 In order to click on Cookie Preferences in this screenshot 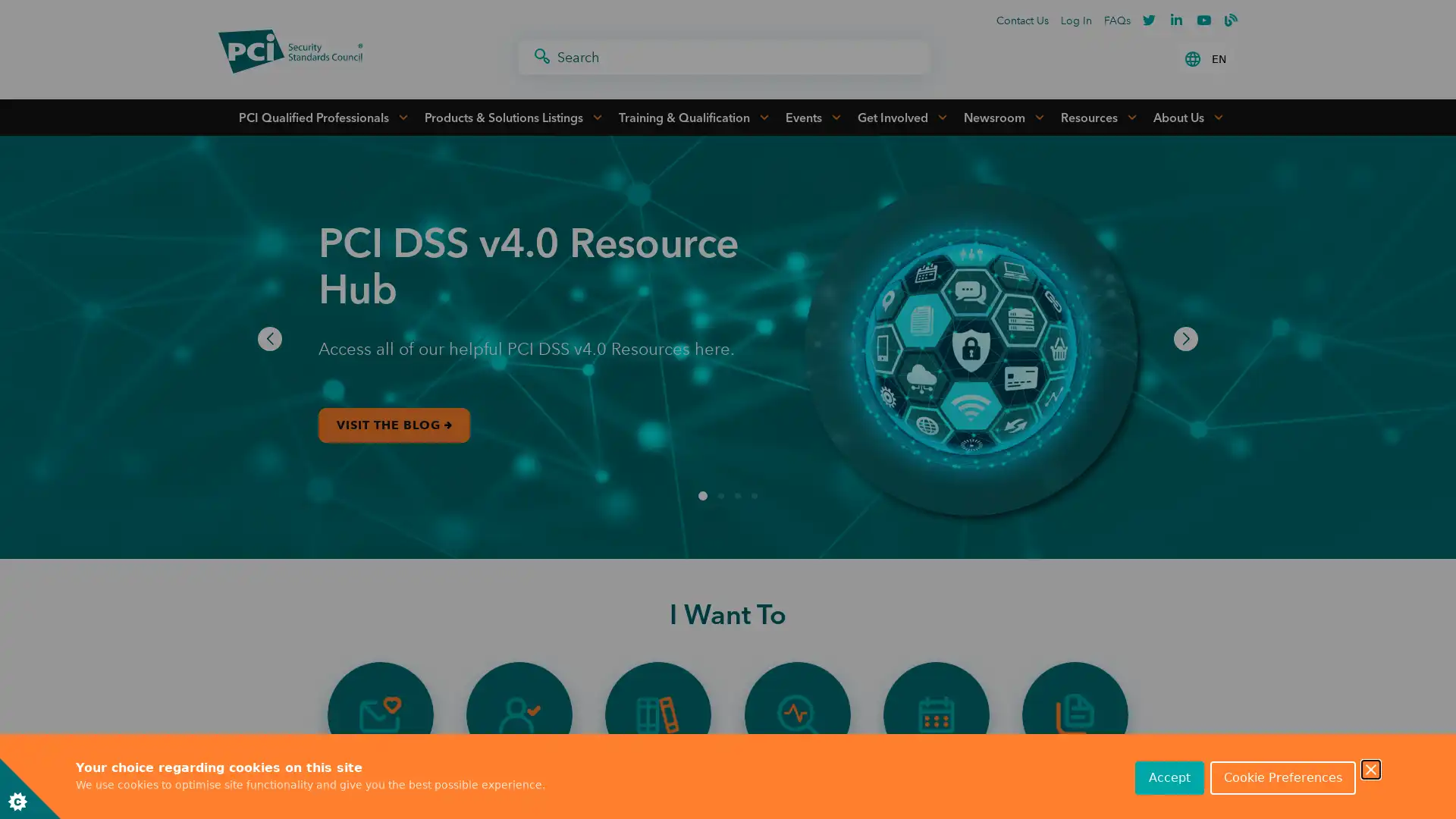, I will do `click(1282, 778)`.